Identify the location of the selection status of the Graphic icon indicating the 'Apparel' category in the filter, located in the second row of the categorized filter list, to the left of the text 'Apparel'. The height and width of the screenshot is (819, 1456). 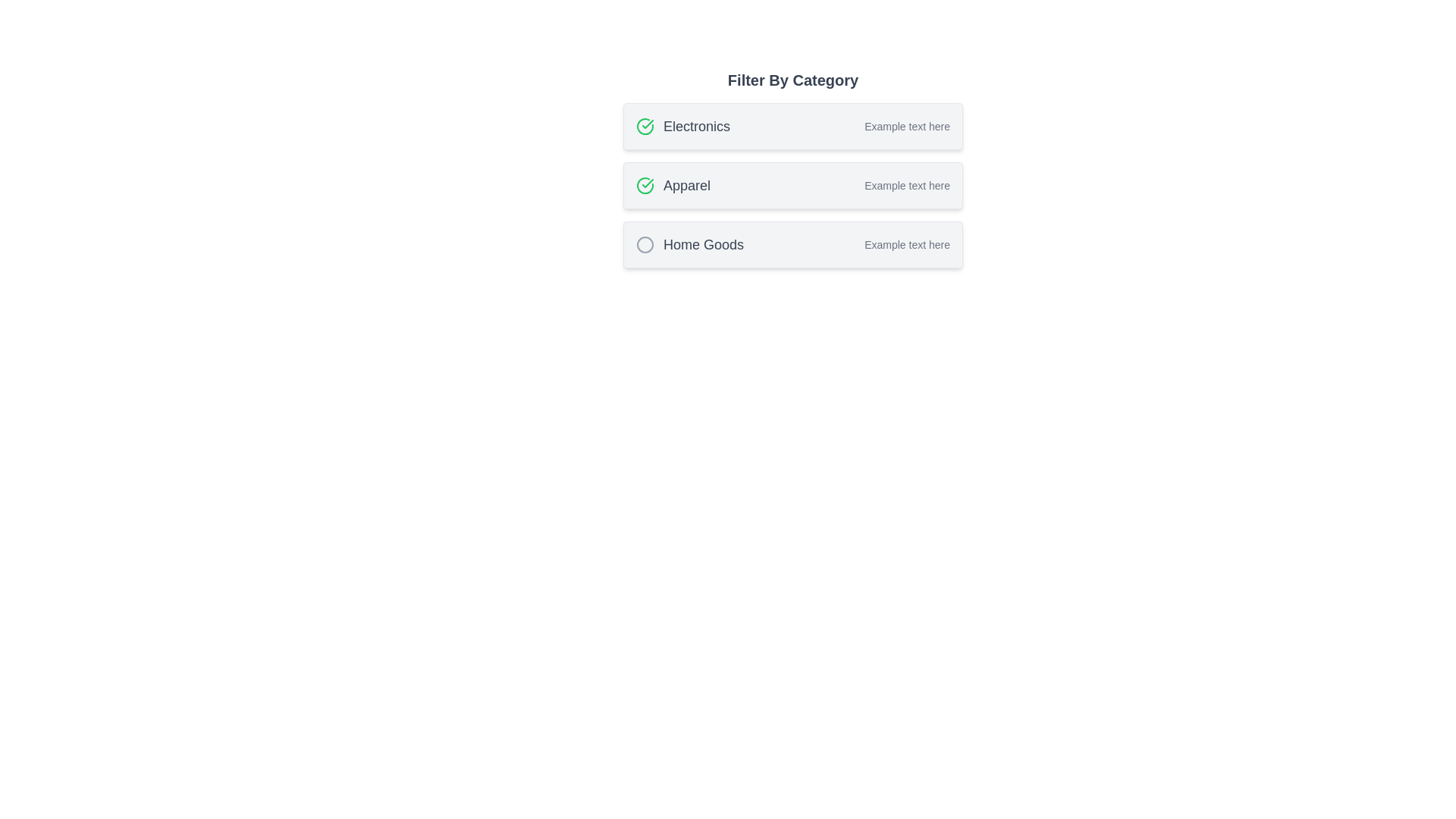
(645, 125).